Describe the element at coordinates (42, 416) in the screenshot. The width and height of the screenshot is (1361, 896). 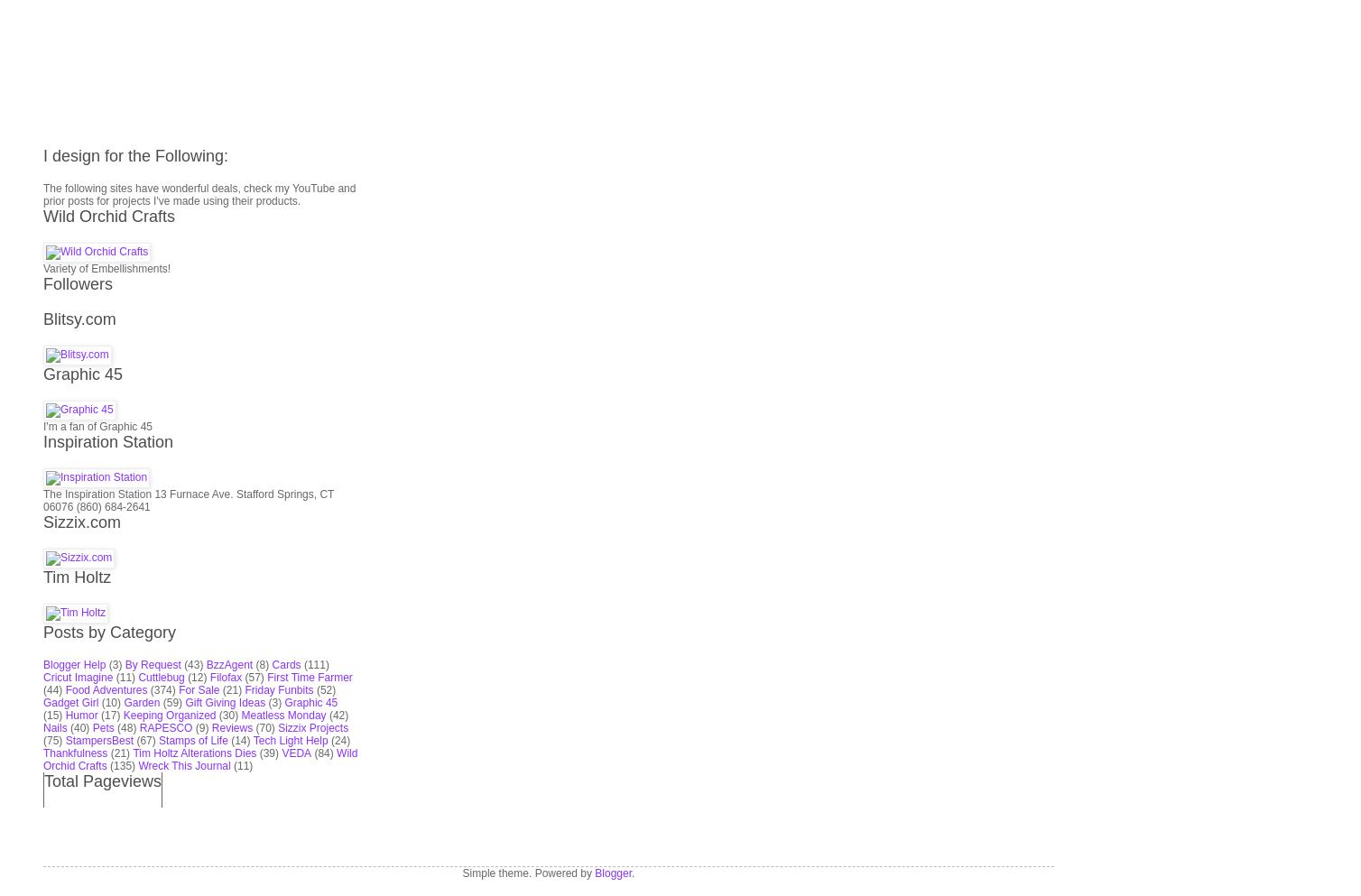
I see `'Posts by Category'` at that location.